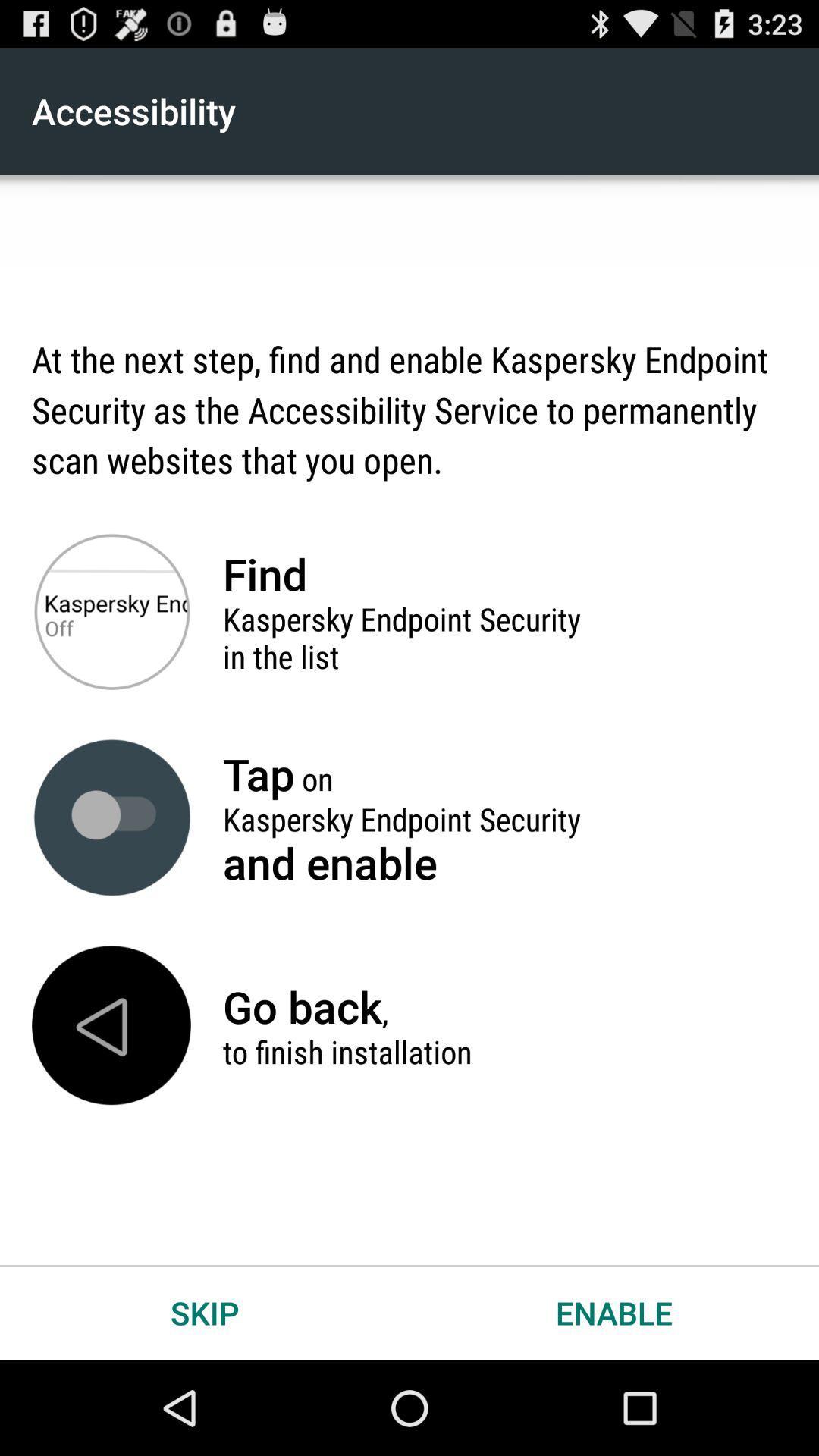 The image size is (819, 1456). I want to click on the icon next to enable button, so click(205, 1312).